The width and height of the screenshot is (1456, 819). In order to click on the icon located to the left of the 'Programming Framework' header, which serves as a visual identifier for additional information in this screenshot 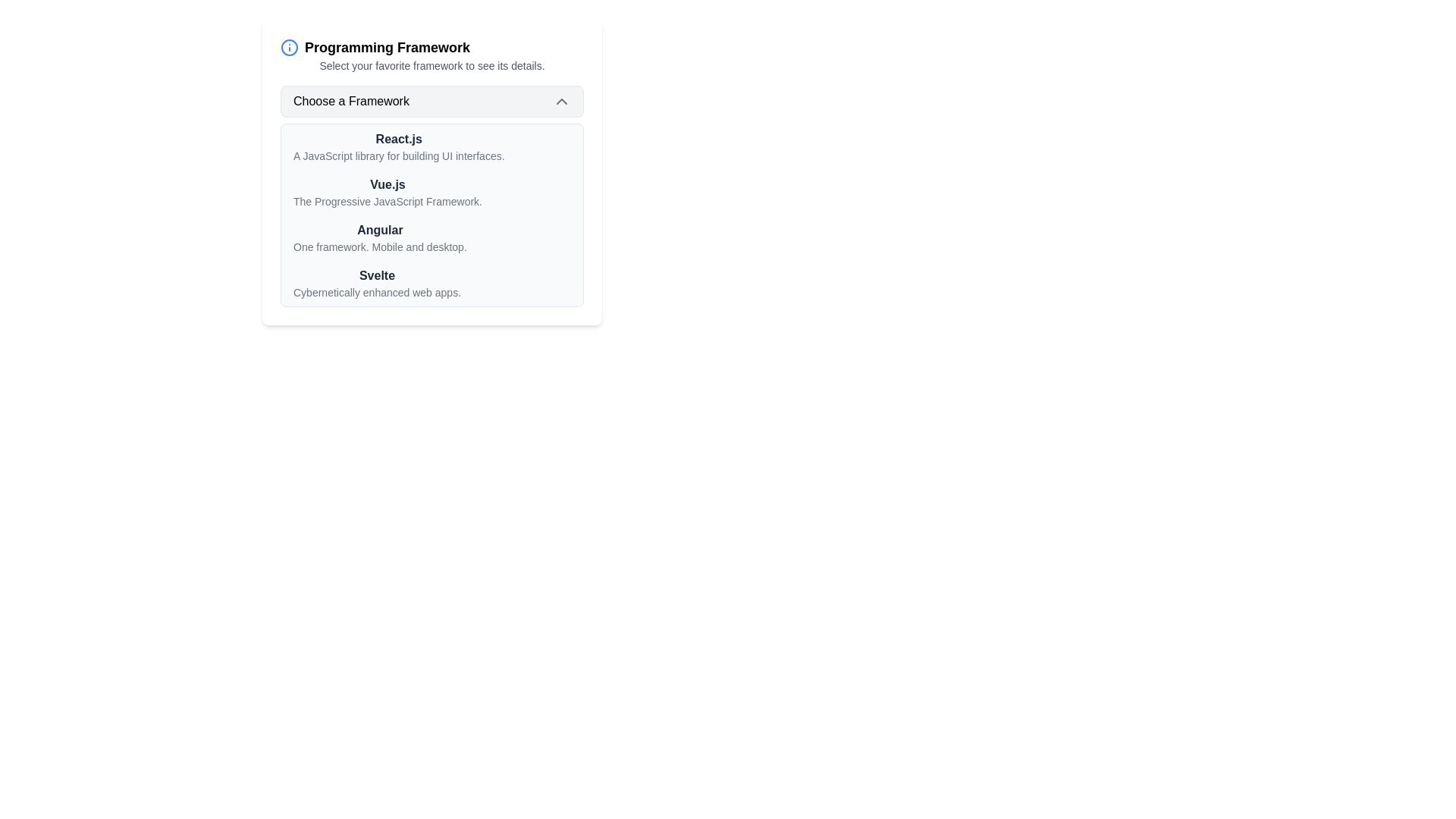, I will do `click(290, 46)`.